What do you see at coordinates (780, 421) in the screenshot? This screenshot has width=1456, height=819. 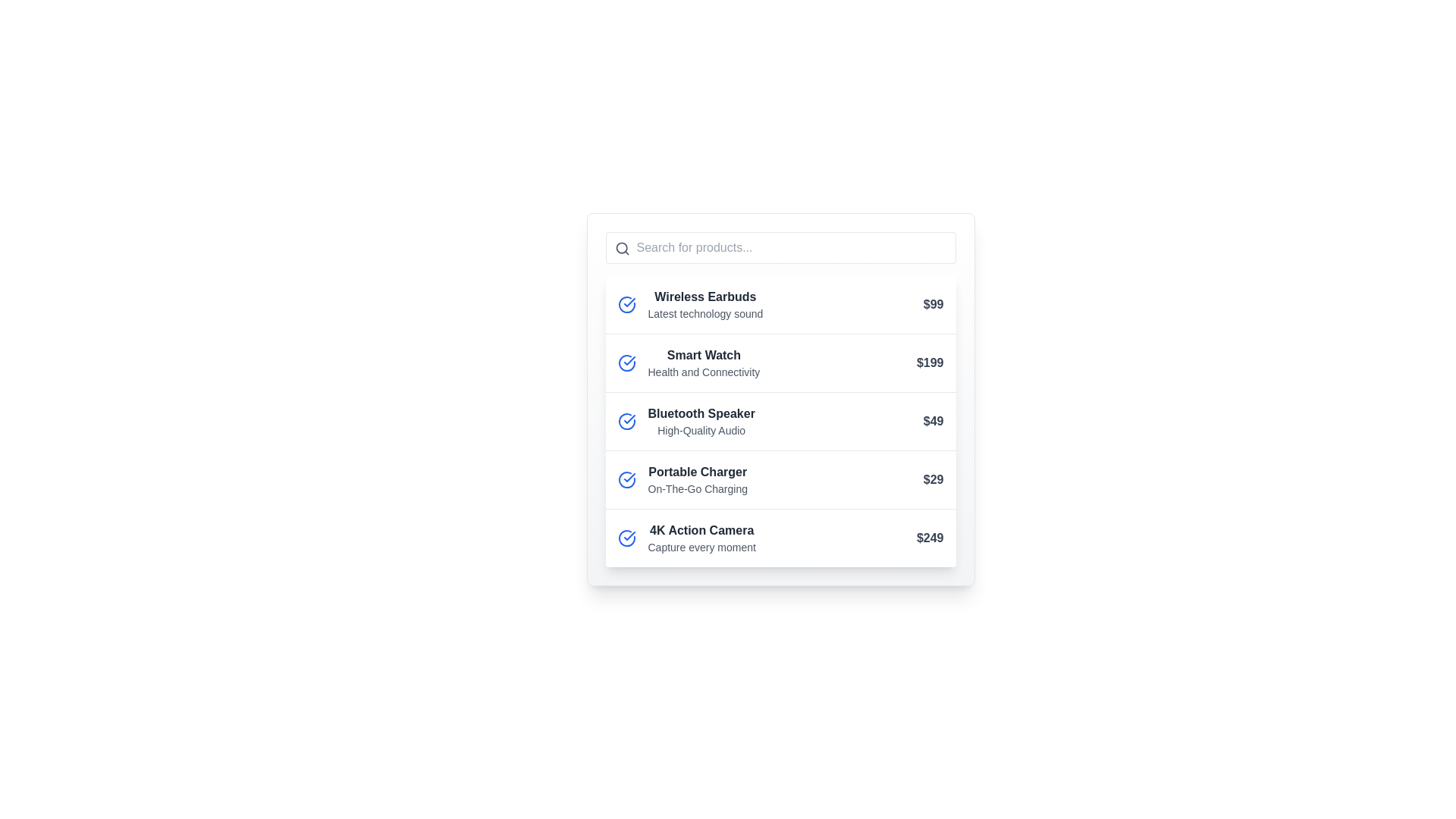 I see `the third Information display card in the vertical list` at bounding box center [780, 421].